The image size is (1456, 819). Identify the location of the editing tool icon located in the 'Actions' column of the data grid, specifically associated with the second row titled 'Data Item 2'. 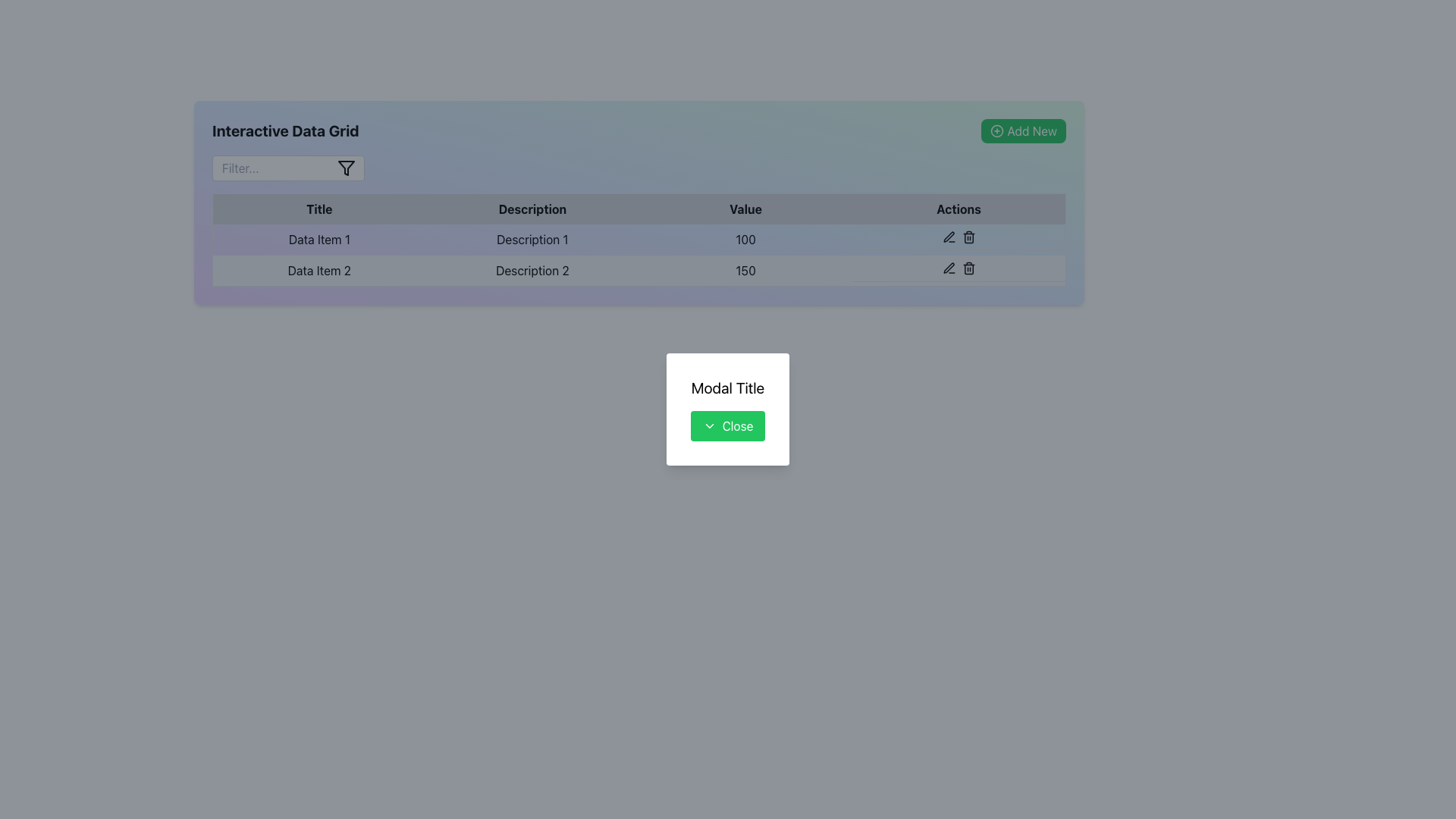
(948, 237).